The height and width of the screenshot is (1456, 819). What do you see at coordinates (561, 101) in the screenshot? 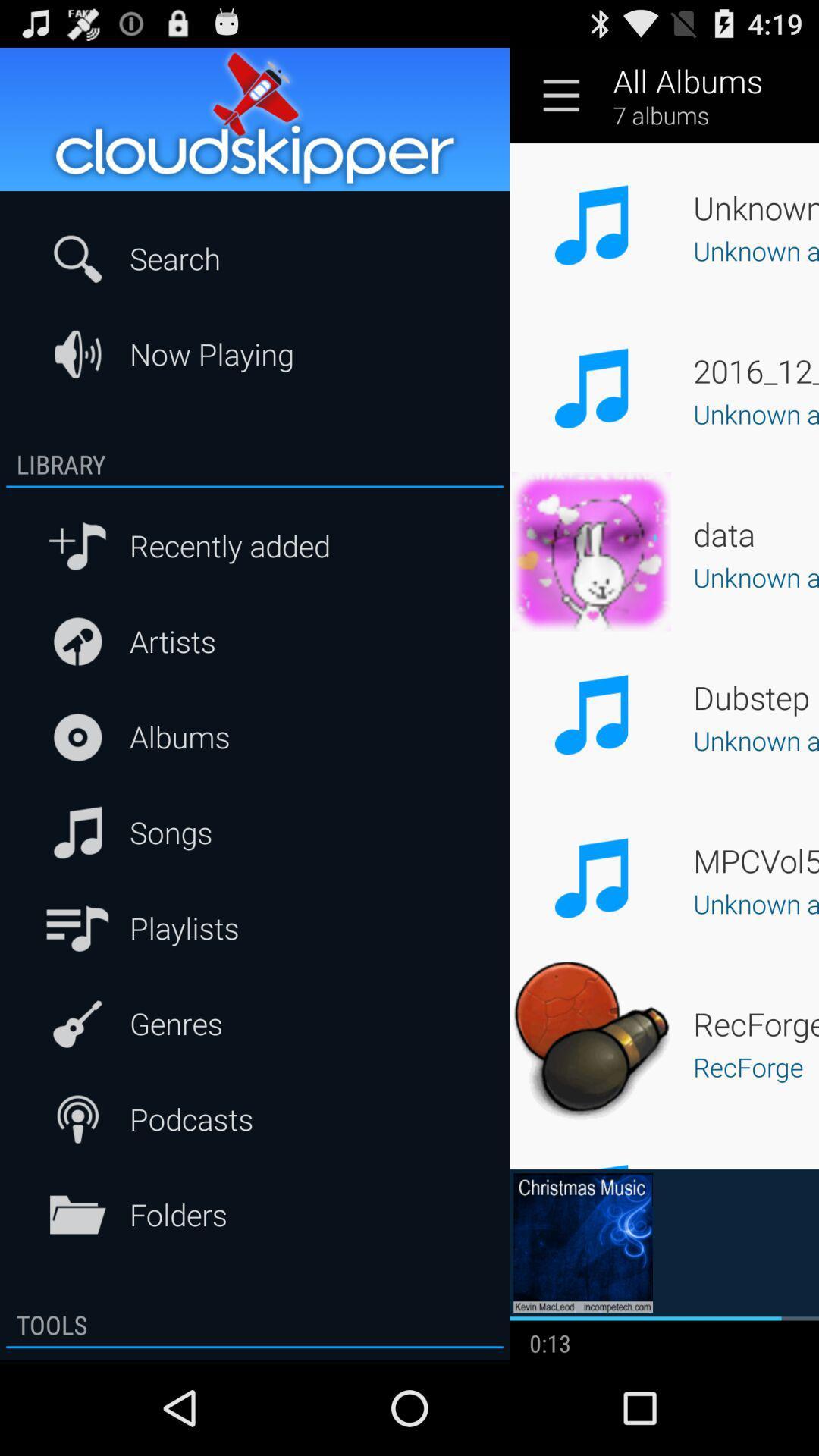
I see `the menu icon` at bounding box center [561, 101].